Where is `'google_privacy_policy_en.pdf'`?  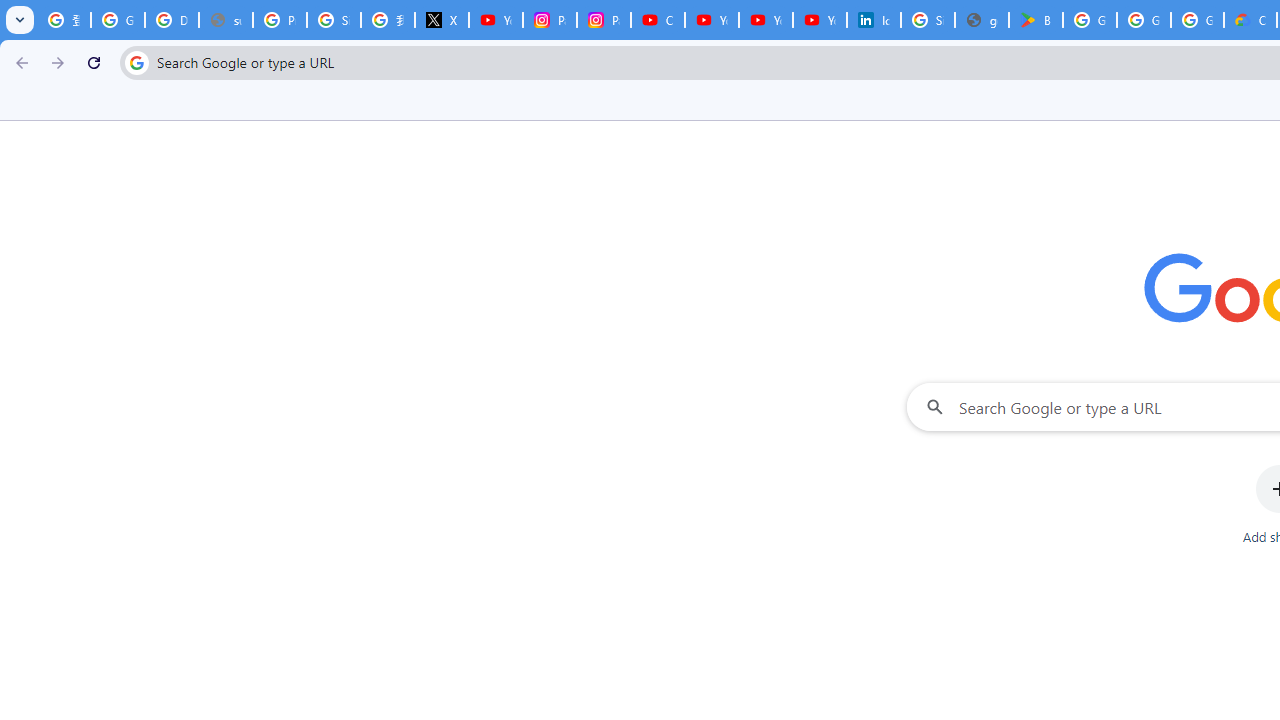 'google_privacy_policy_en.pdf' is located at coordinates (981, 20).